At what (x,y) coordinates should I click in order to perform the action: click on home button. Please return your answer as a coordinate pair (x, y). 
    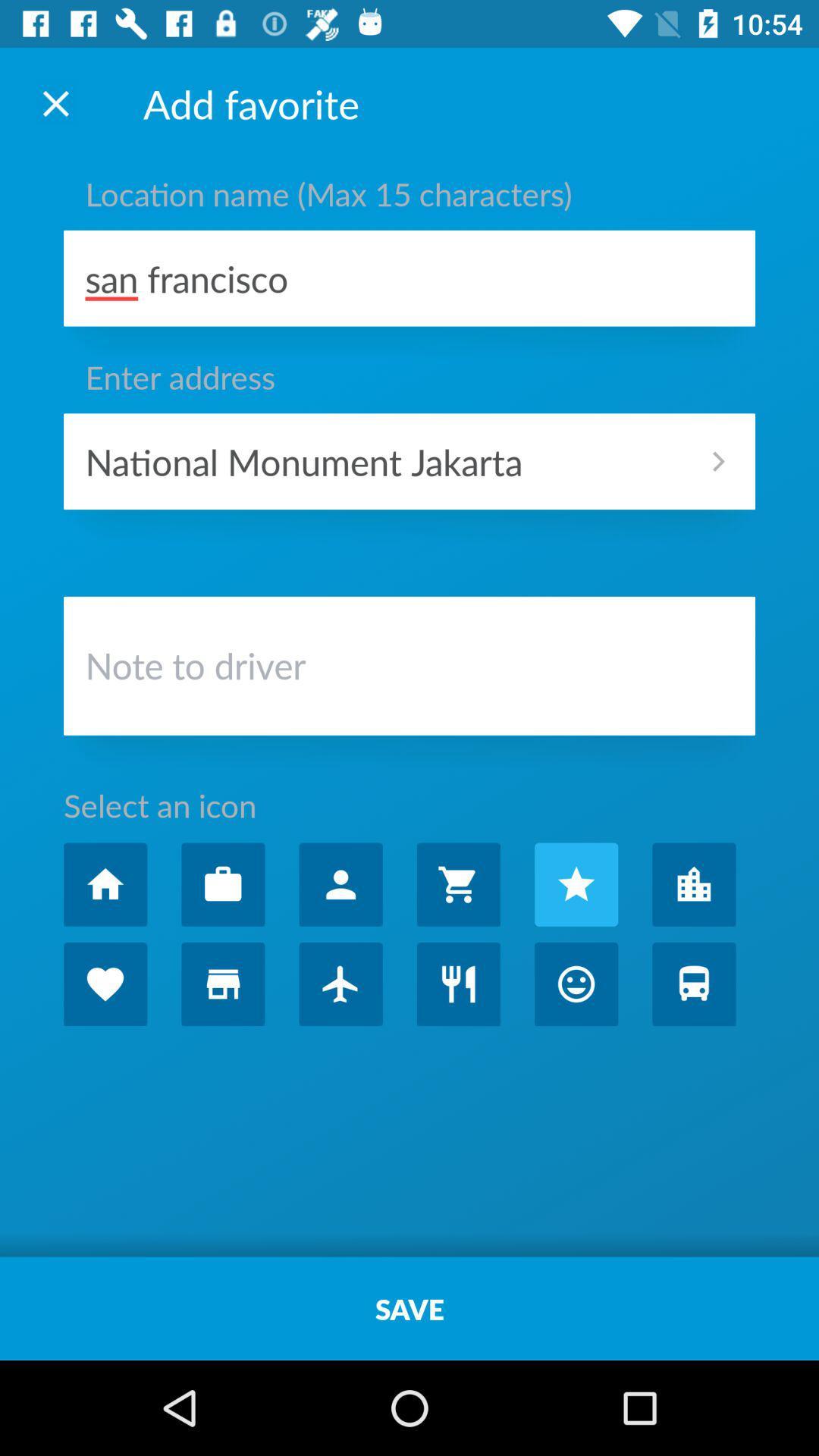
    Looking at the image, I should click on (105, 884).